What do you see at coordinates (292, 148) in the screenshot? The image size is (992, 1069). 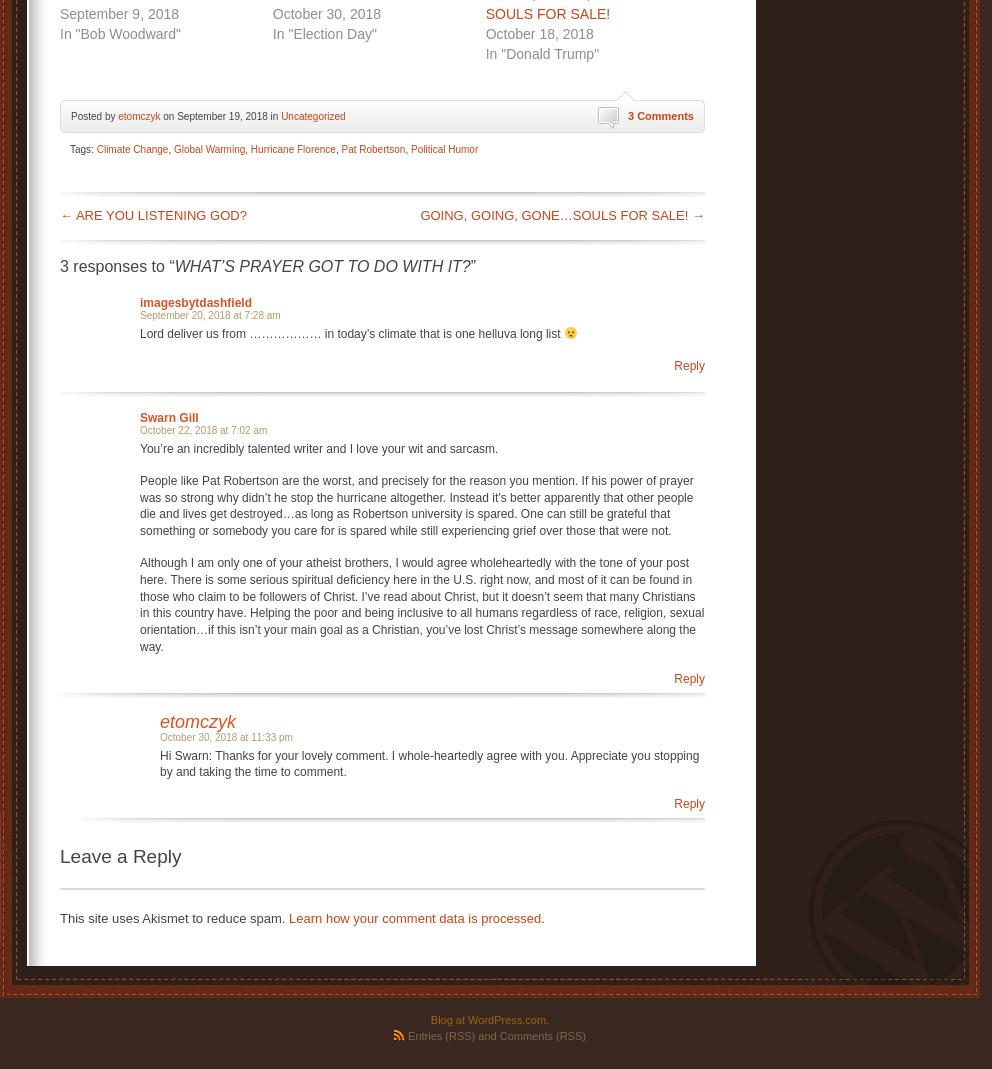 I see `'Hurricane Florence'` at bounding box center [292, 148].